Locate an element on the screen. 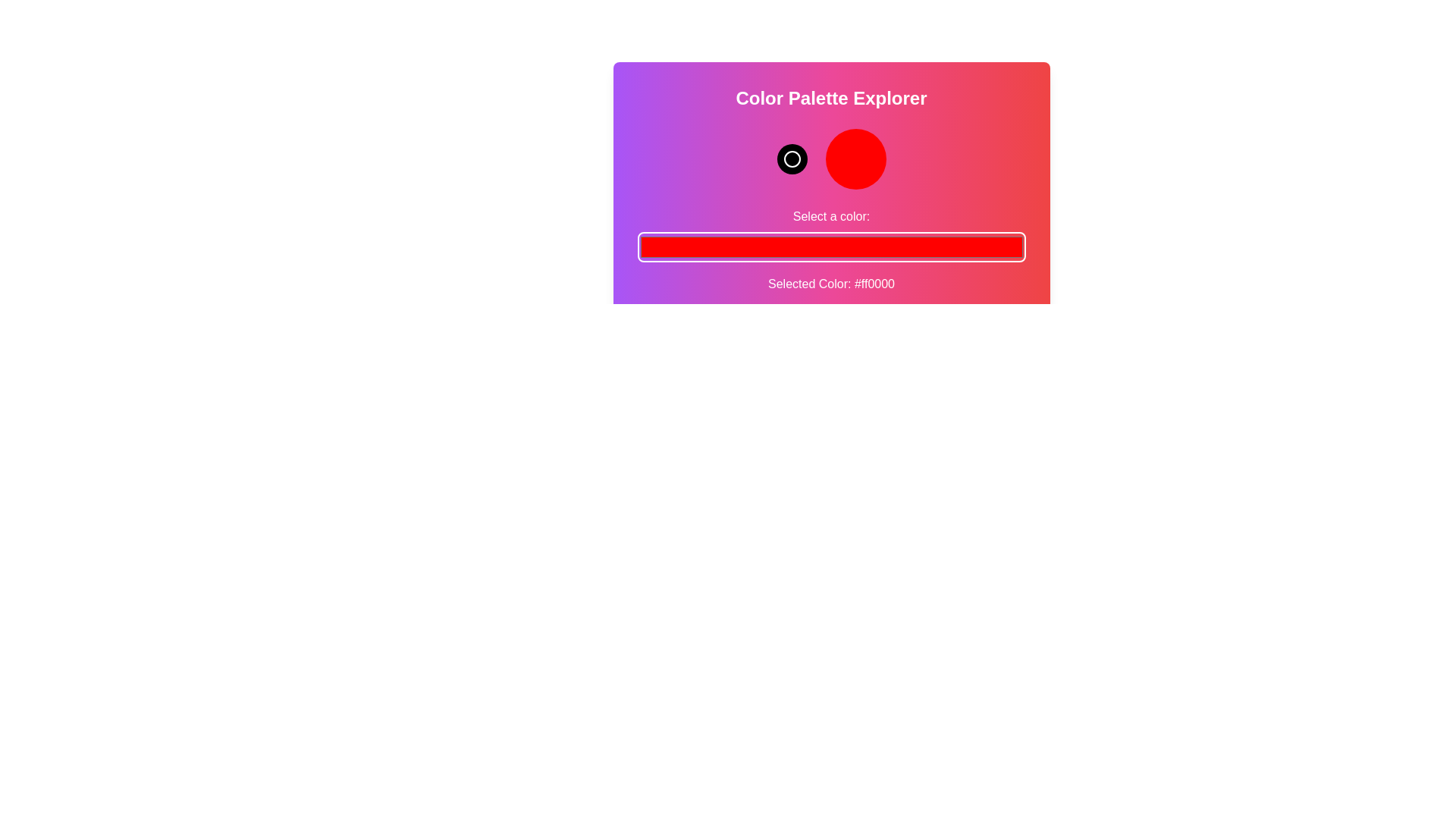 Image resolution: width=1456 pixels, height=819 pixels. the color picker to a specific color value 16281080 is located at coordinates (830, 246).